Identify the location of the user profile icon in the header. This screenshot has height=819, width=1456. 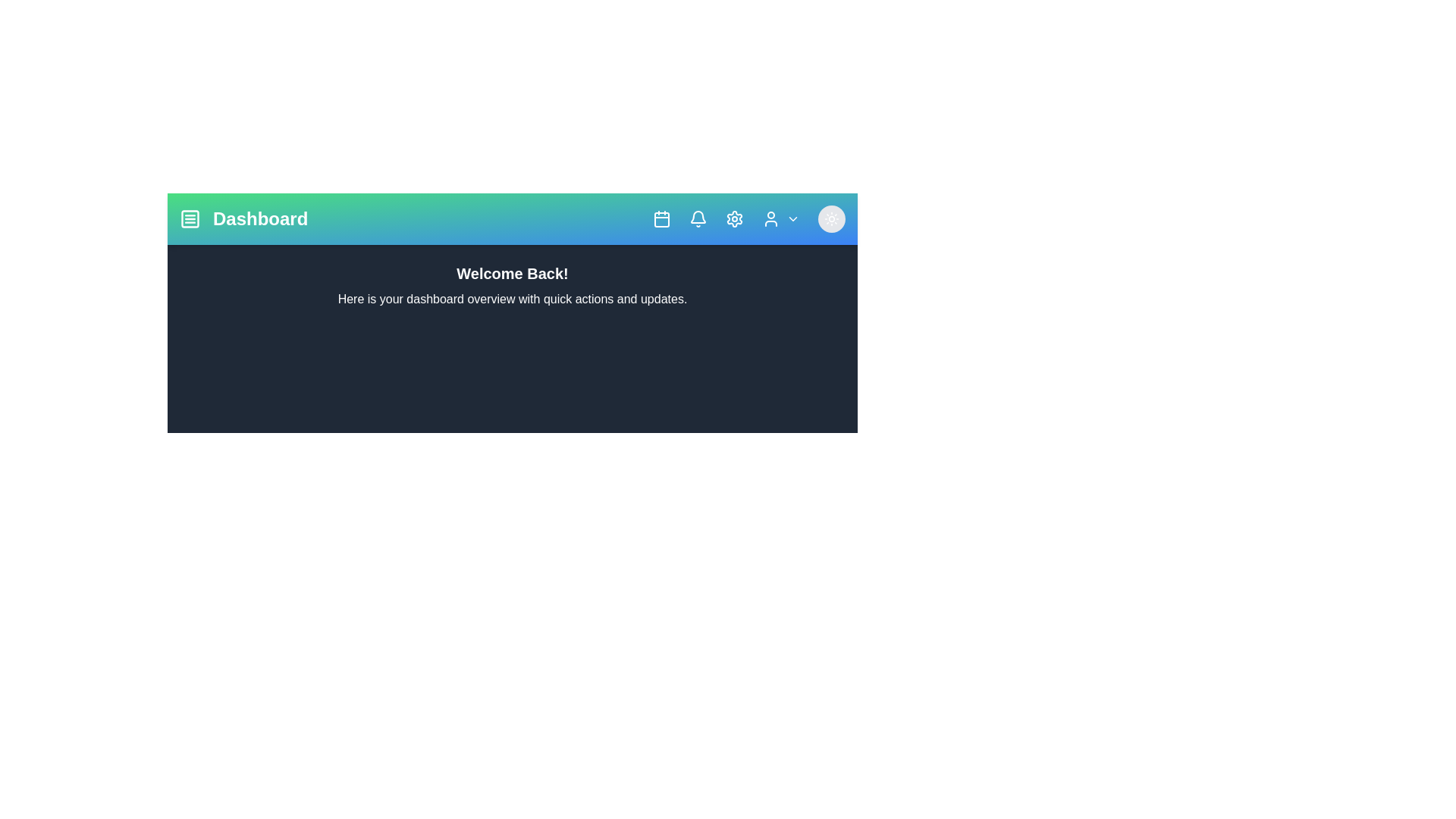
(771, 219).